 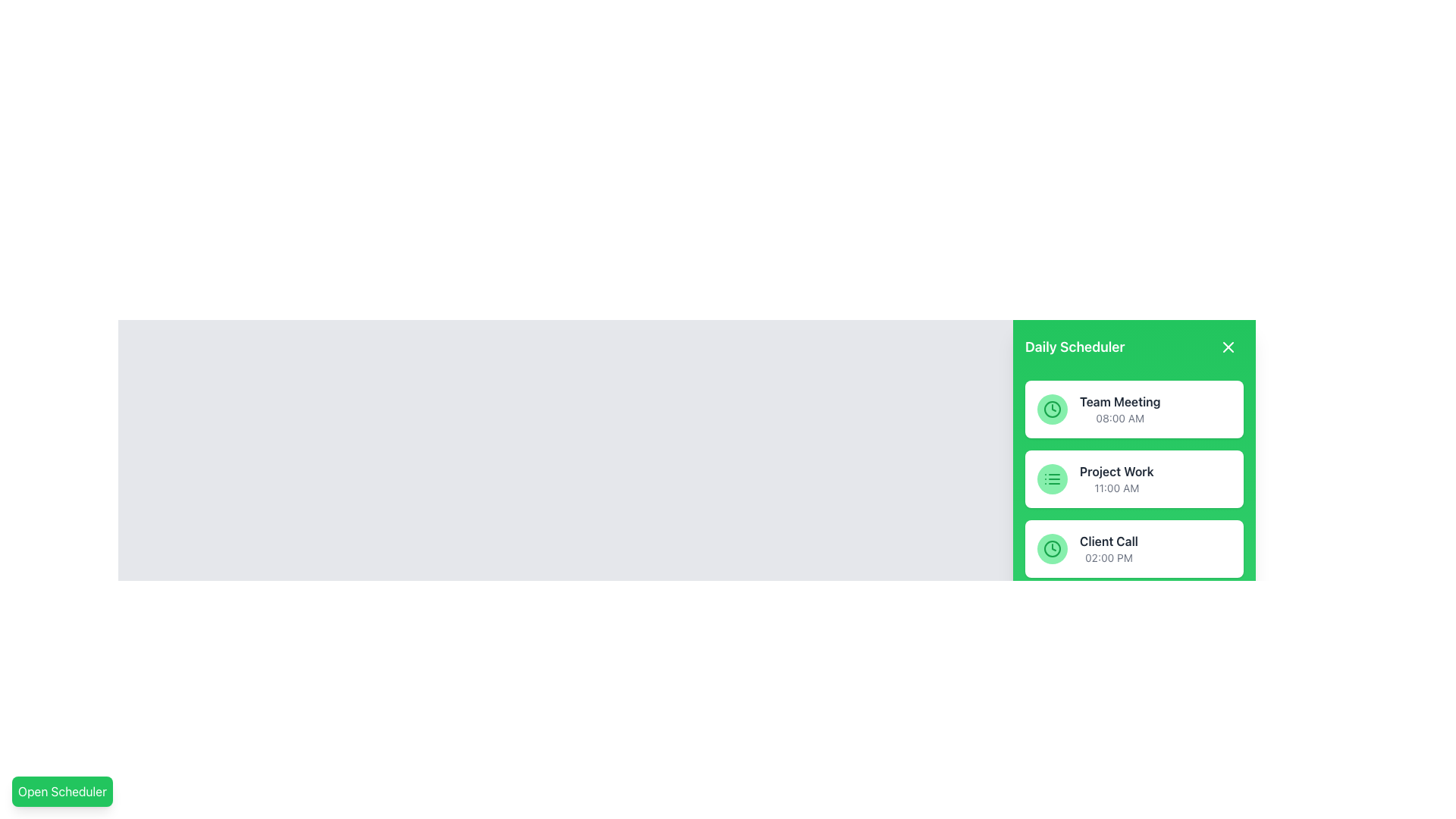 What do you see at coordinates (1120, 418) in the screenshot?
I see `the text label that displays the scheduled time of the 'Team Meeting' event, located beneath the event title in the 'Daily Scheduler' interface` at bounding box center [1120, 418].